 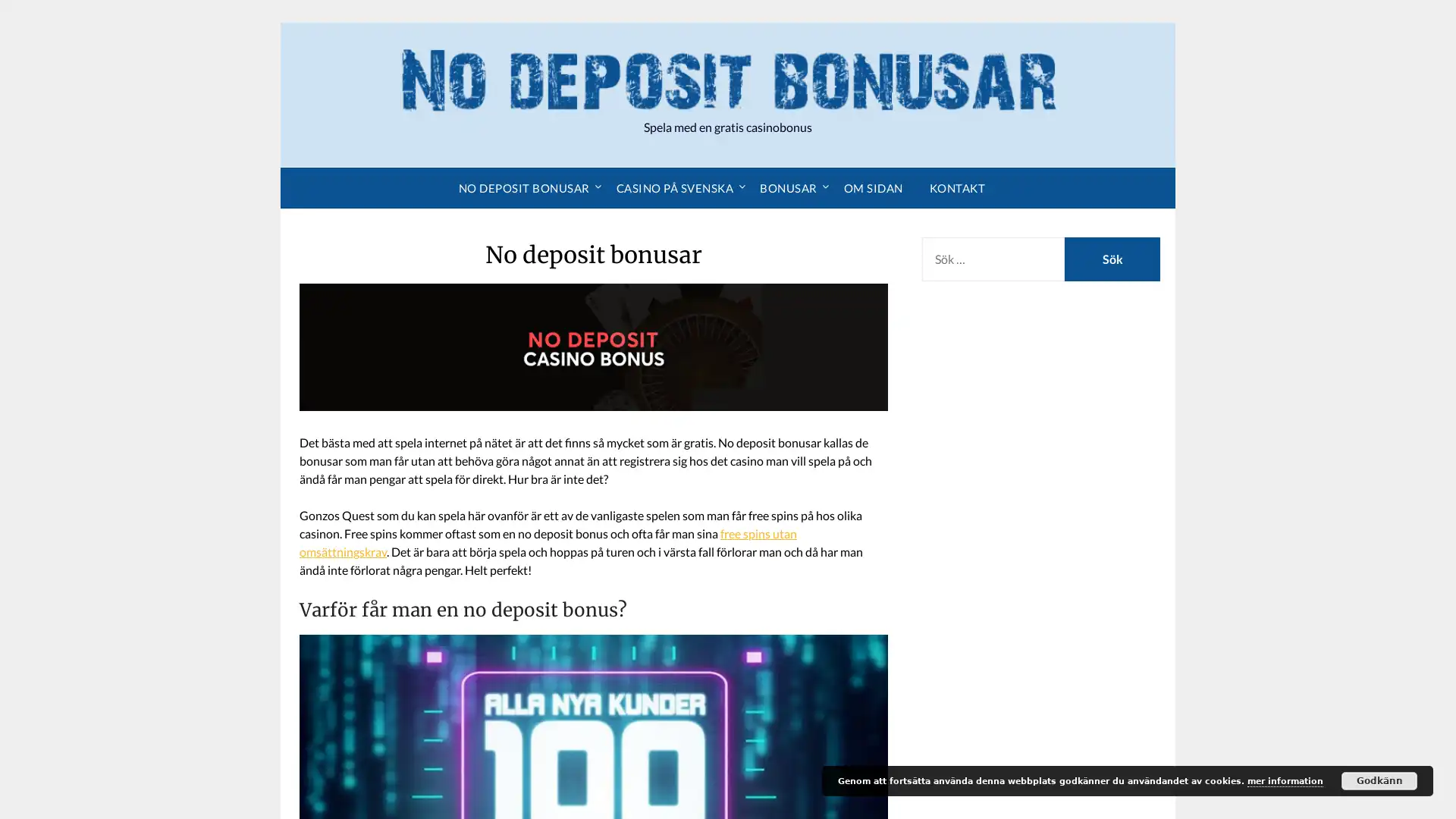 I want to click on Godkann, so click(x=1379, y=780).